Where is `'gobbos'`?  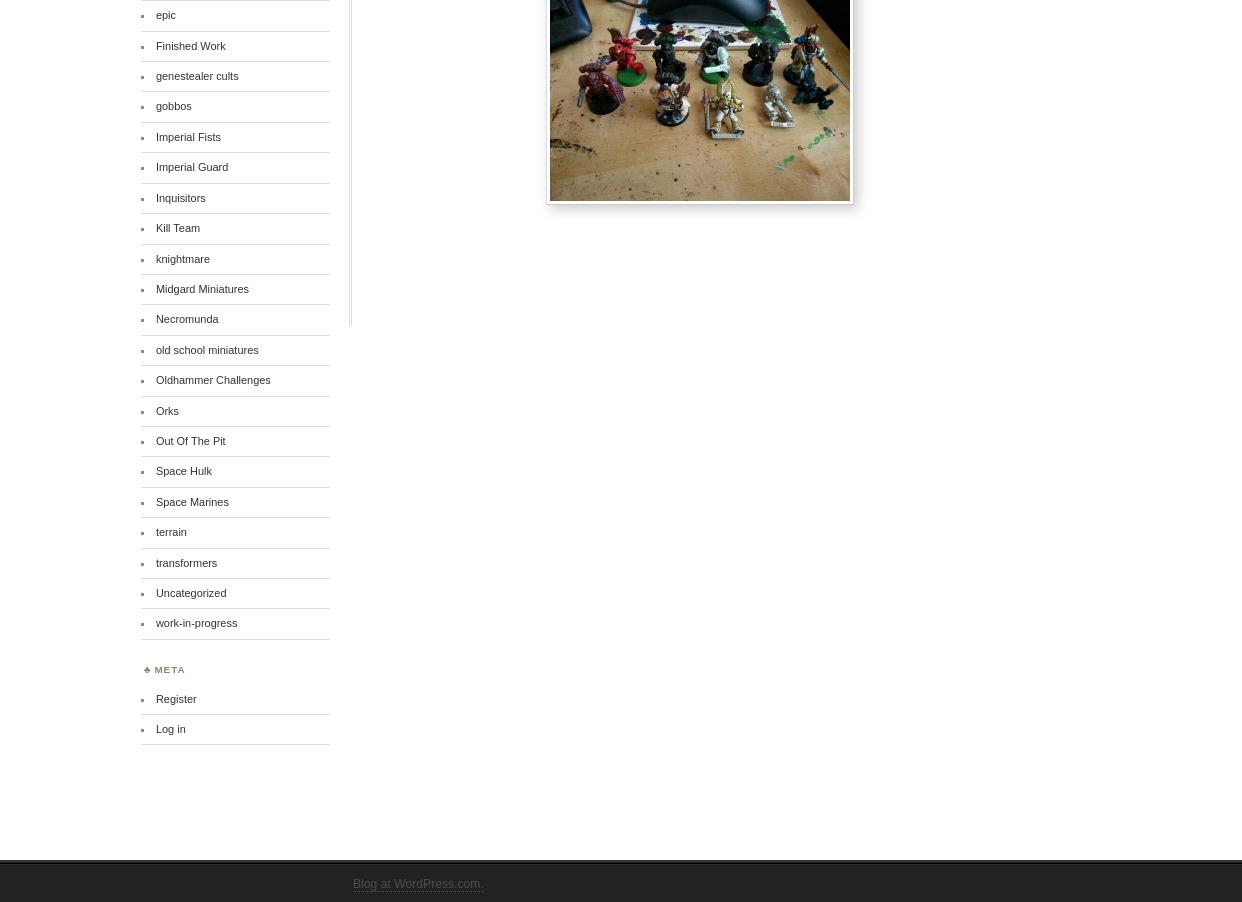
'gobbos' is located at coordinates (172, 105).